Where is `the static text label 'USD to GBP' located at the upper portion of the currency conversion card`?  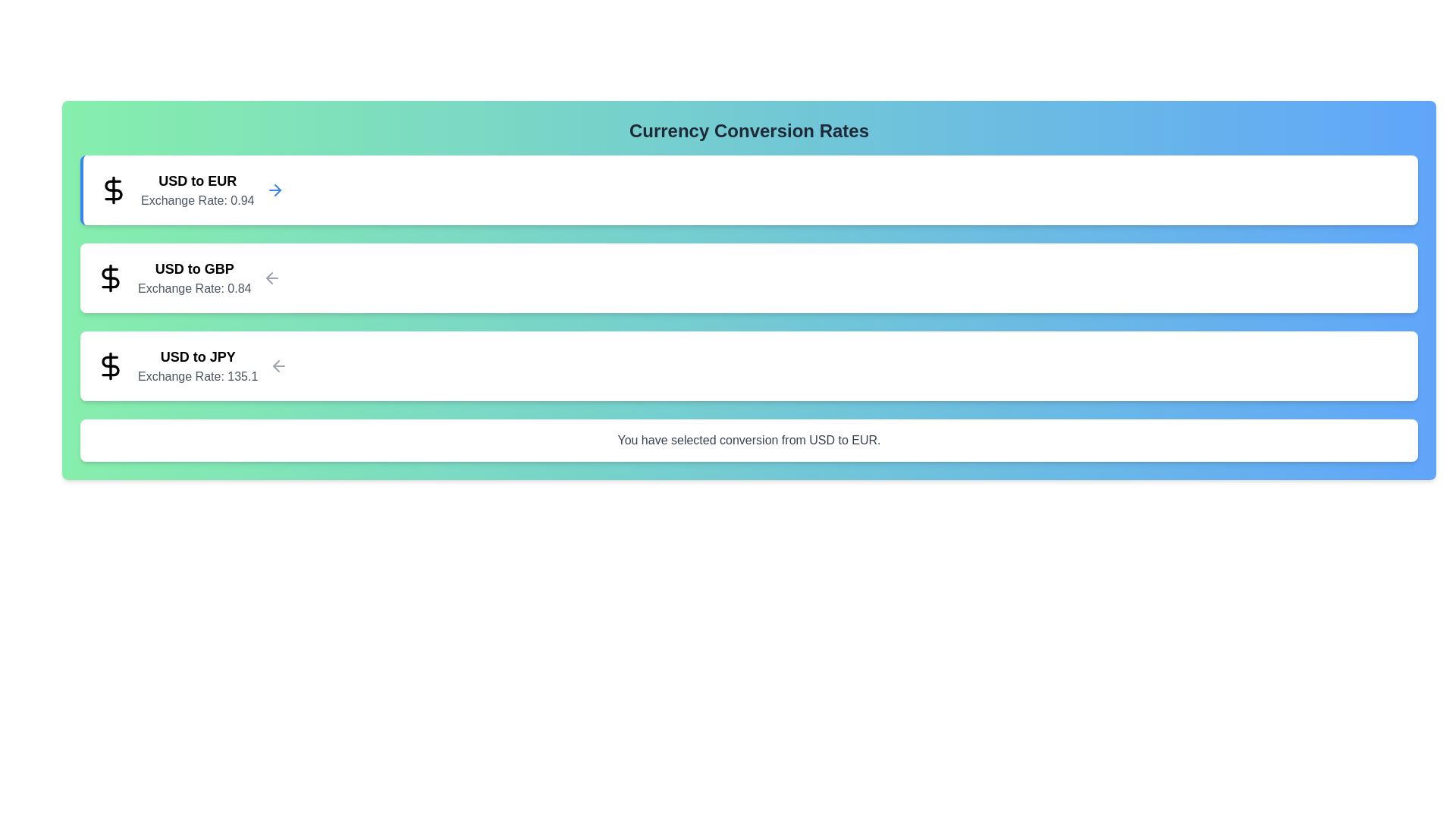 the static text label 'USD to GBP' located at the upper portion of the currency conversion card is located at coordinates (193, 268).